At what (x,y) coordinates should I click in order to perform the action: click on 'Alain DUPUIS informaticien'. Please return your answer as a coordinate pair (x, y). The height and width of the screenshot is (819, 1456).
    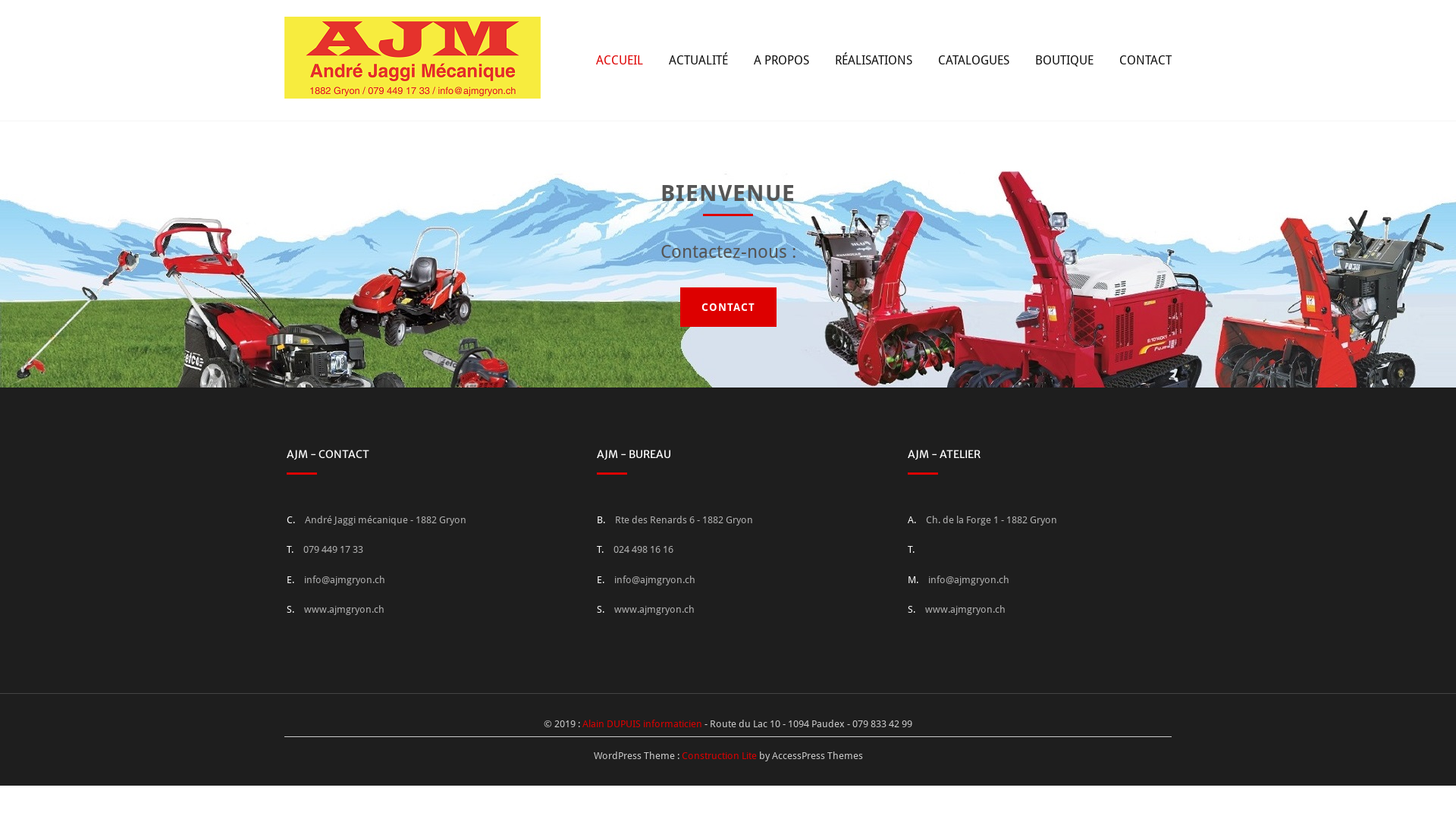
    Looking at the image, I should click on (582, 723).